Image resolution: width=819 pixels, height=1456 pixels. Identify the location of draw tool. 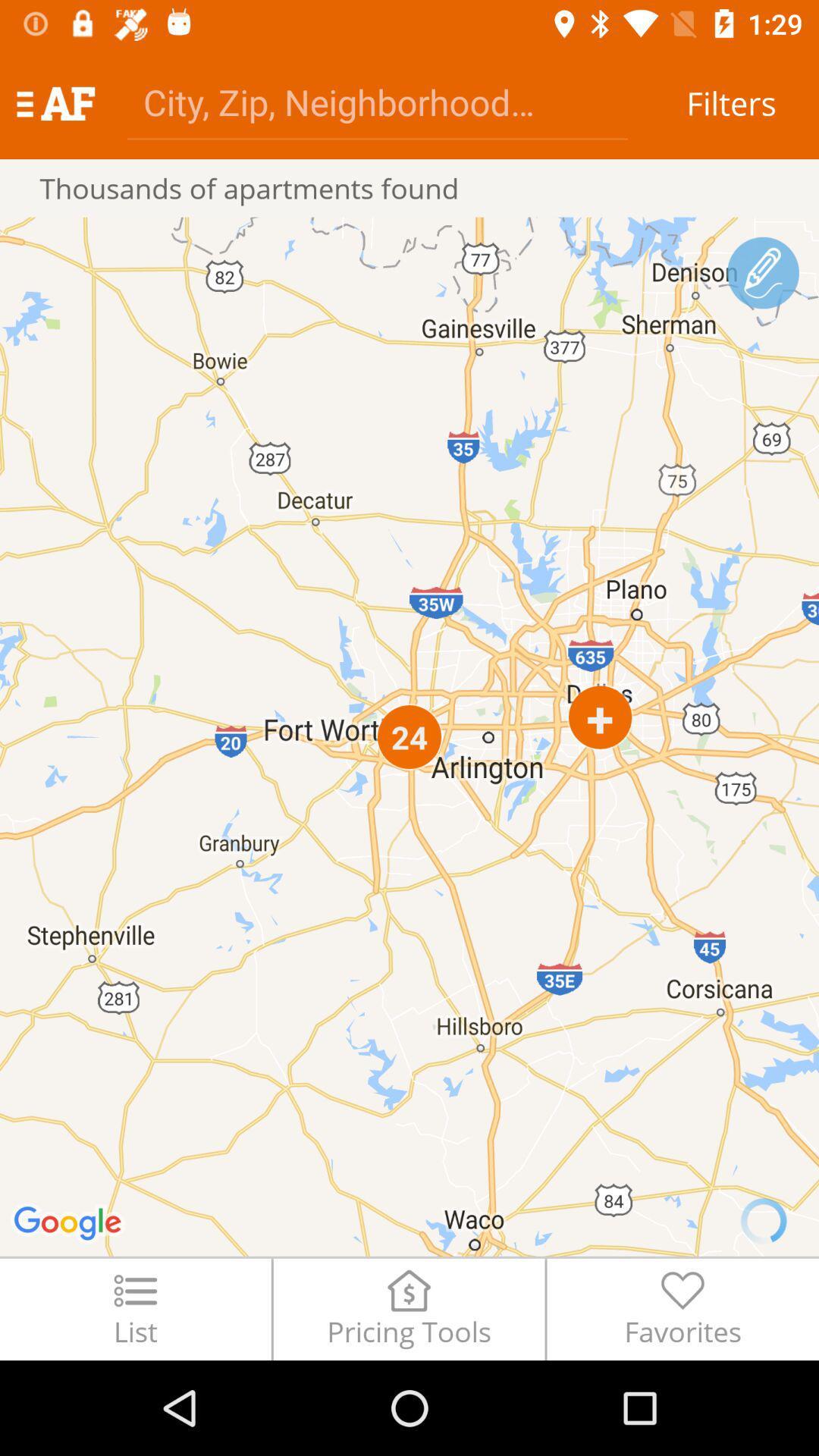
(763, 273).